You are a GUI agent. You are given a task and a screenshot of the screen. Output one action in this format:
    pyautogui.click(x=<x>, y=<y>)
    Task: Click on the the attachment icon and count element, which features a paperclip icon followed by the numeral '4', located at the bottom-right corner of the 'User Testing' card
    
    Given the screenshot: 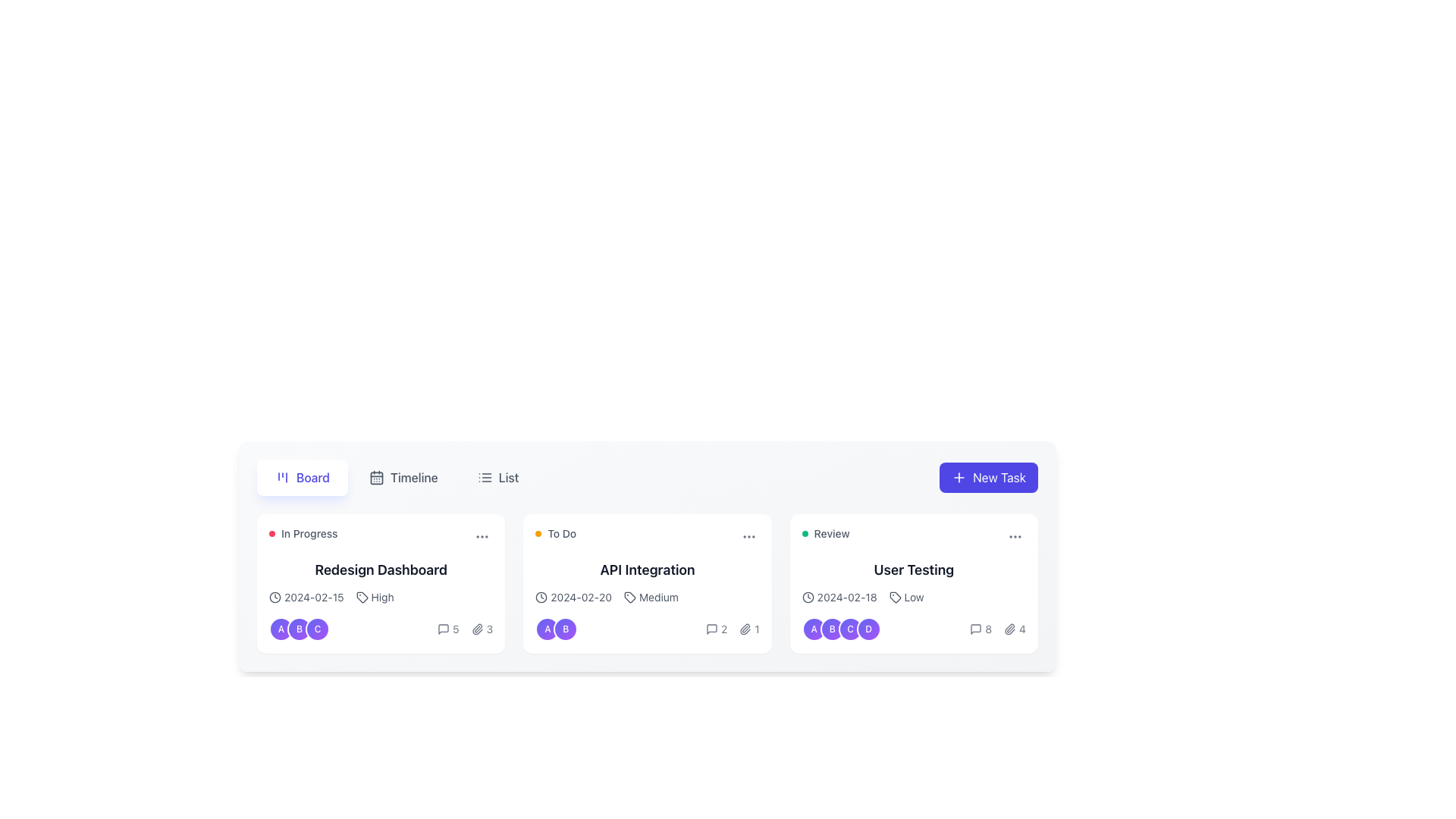 What is the action you would take?
    pyautogui.click(x=1015, y=629)
    